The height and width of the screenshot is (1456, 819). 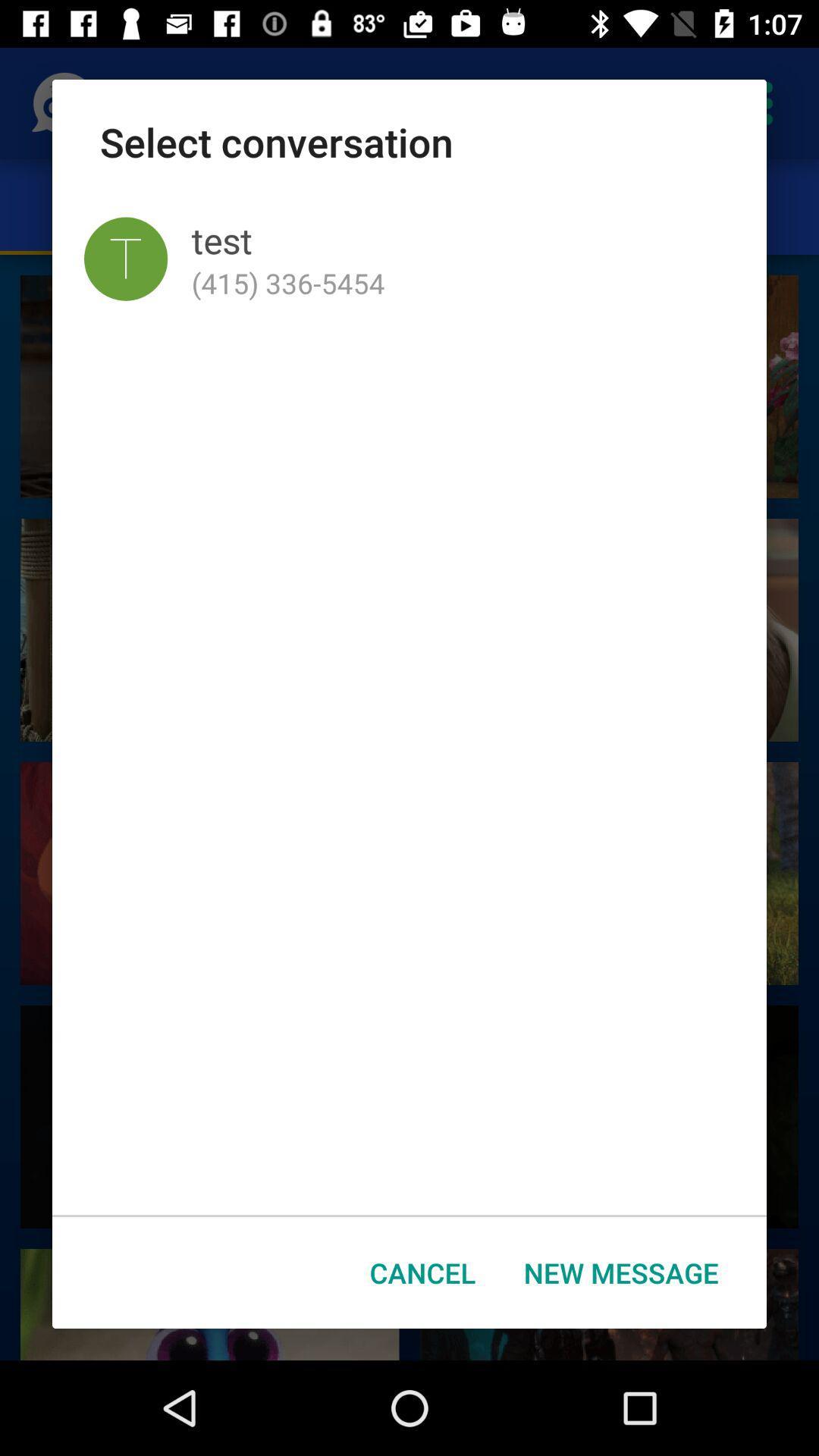 I want to click on the new message button, so click(x=621, y=1272).